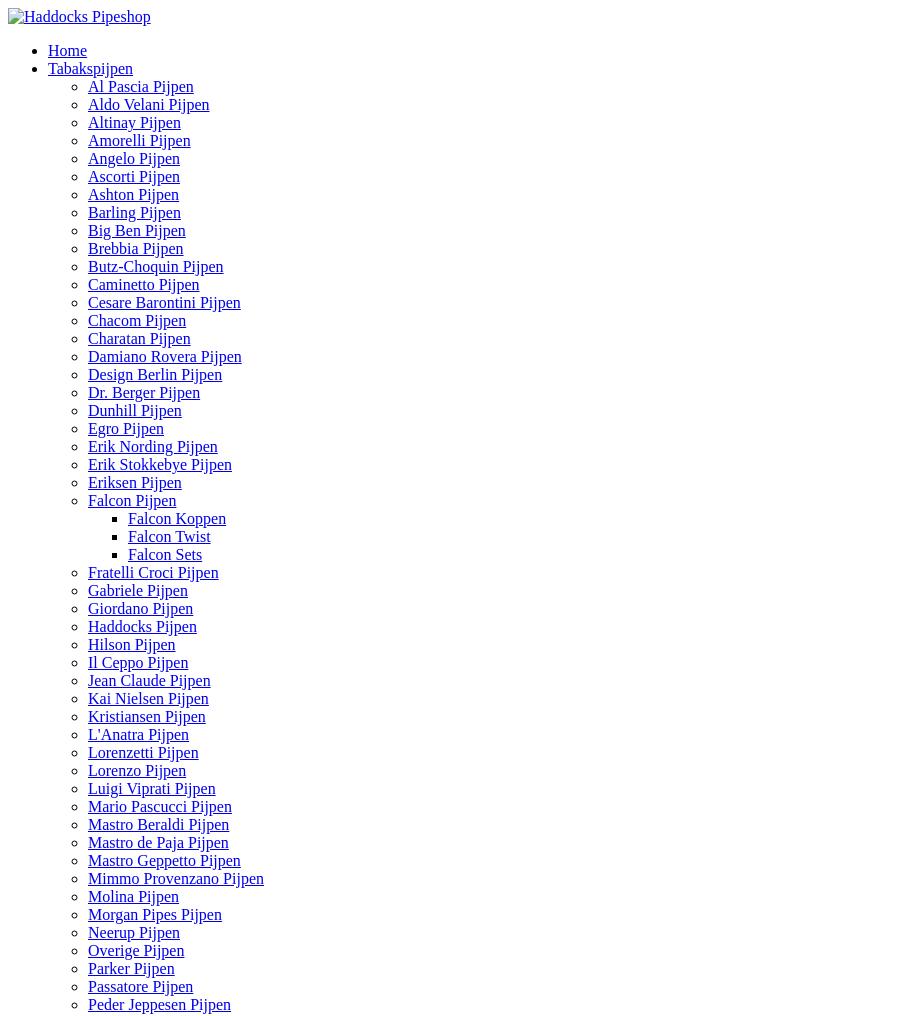 The image size is (908, 1016). Describe the element at coordinates (86, 175) in the screenshot. I see `'Ascorti Pijpen'` at that location.